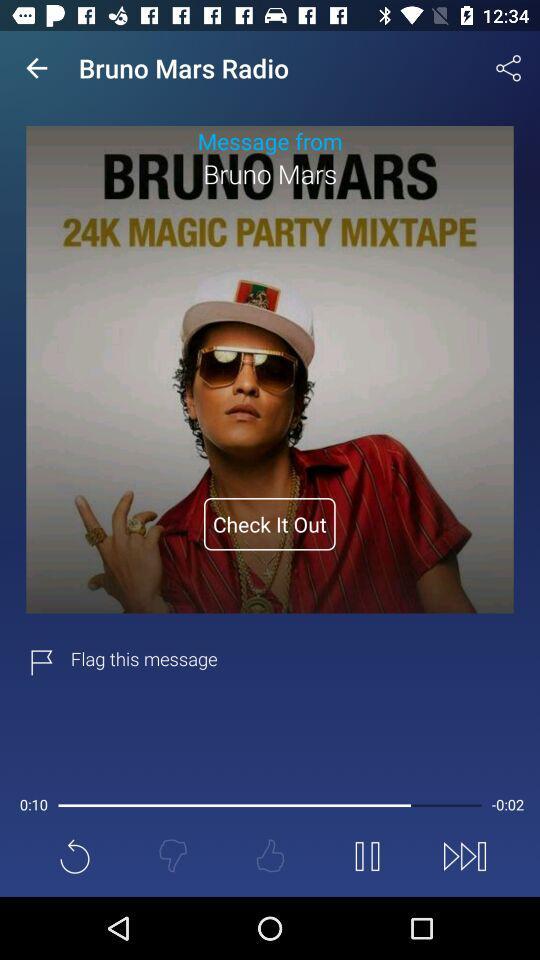 The height and width of the screenshot is (960, 540). I want to click on the skip_next icon, so click(464, 855).